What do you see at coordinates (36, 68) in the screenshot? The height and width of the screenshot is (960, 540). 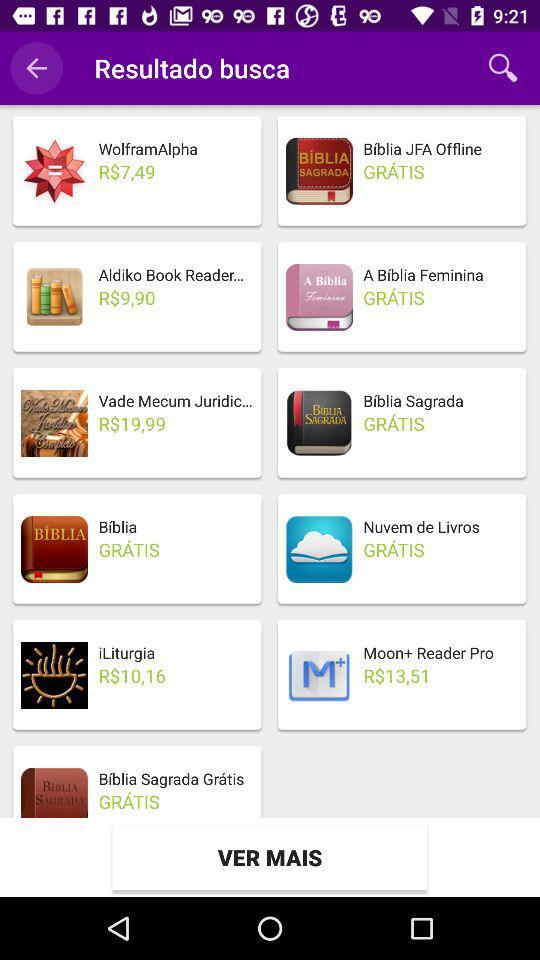 I see `icon to the left of the resultado busca item` at bounding box center [36, 68].